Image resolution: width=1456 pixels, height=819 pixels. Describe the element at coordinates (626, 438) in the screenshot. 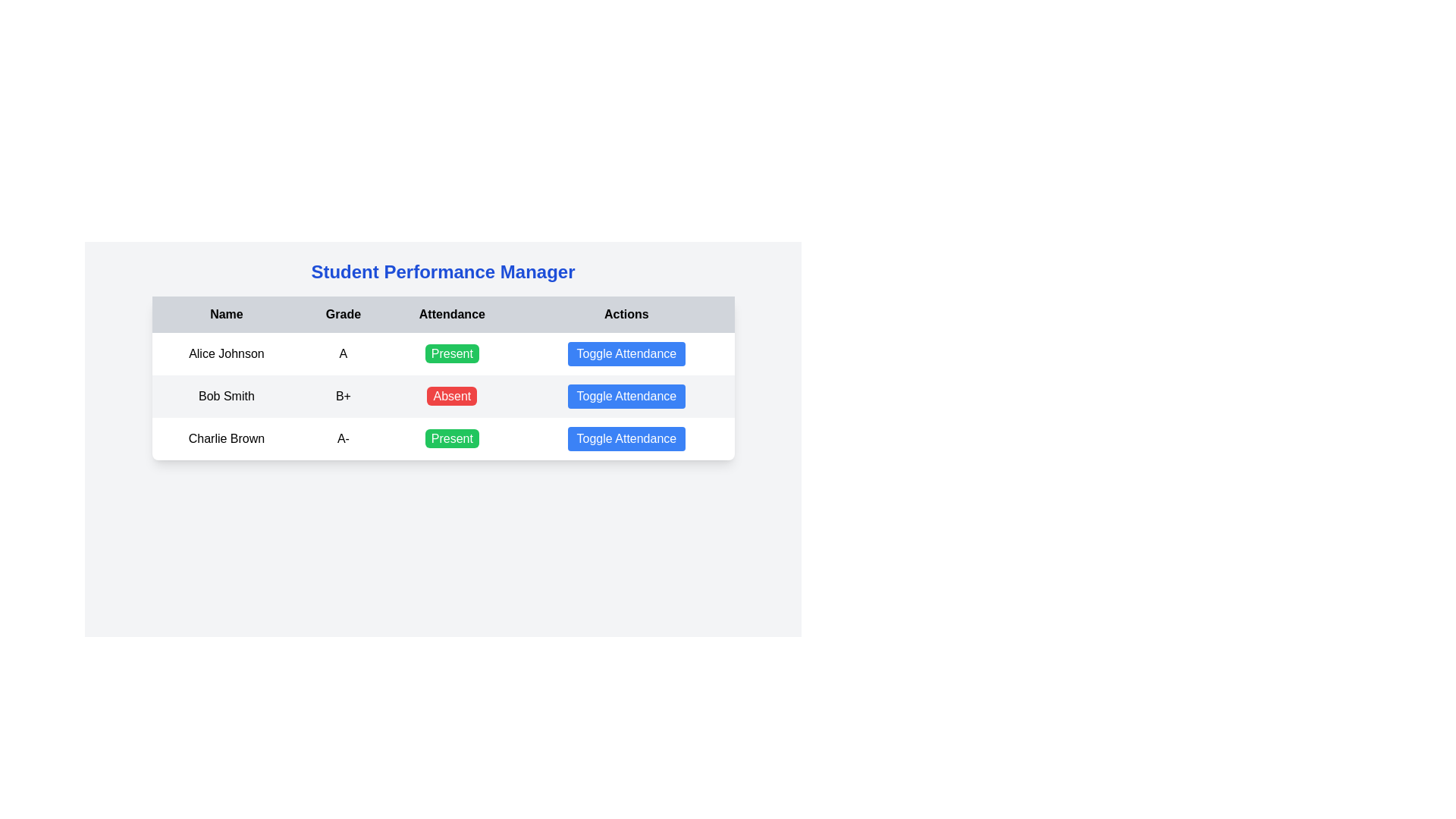

I see `the 'Toggle Attendance' button for keyboard navigation` at that location.